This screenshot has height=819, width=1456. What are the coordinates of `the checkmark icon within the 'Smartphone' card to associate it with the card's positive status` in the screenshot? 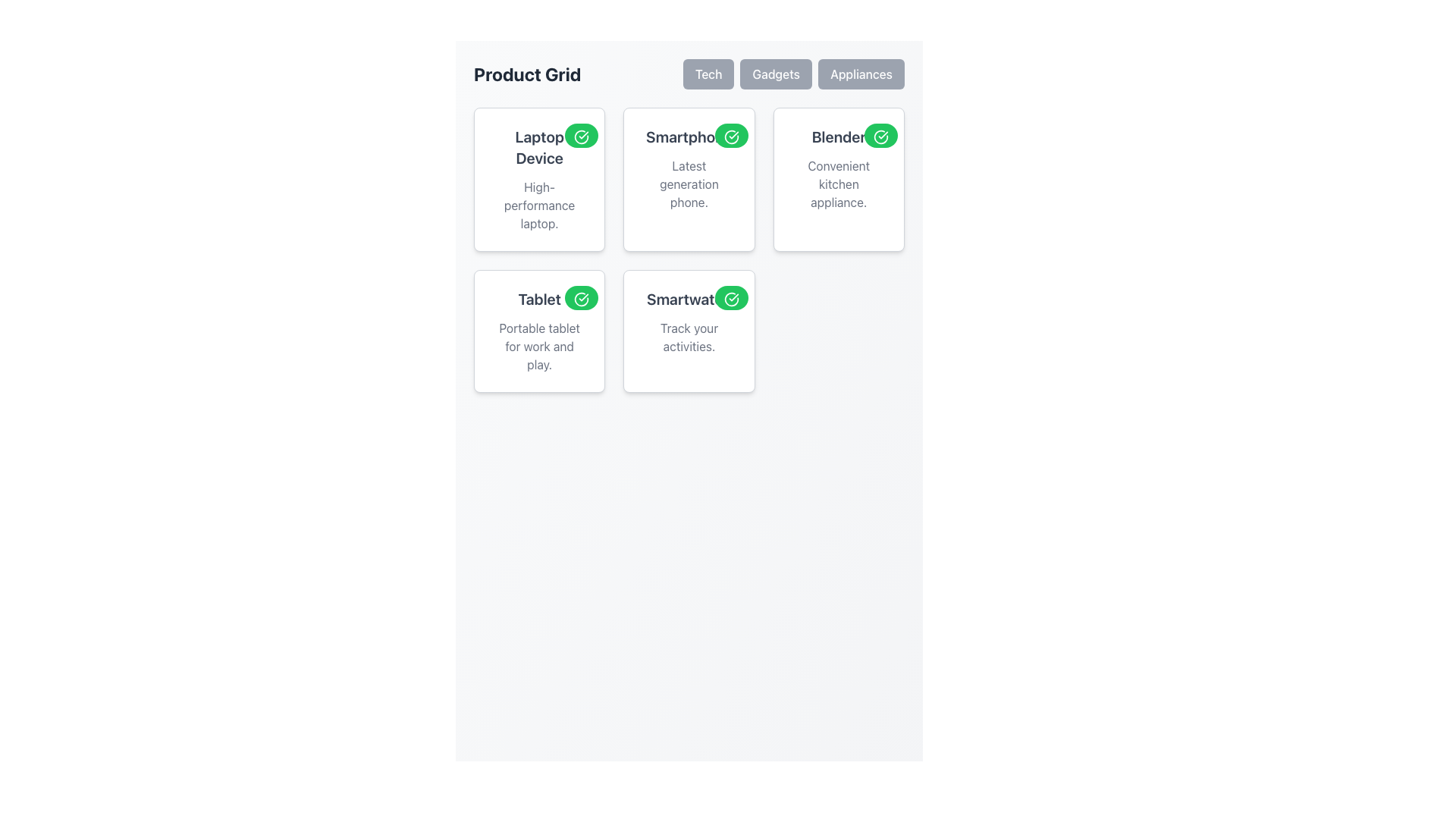 It's located at (731, 136).